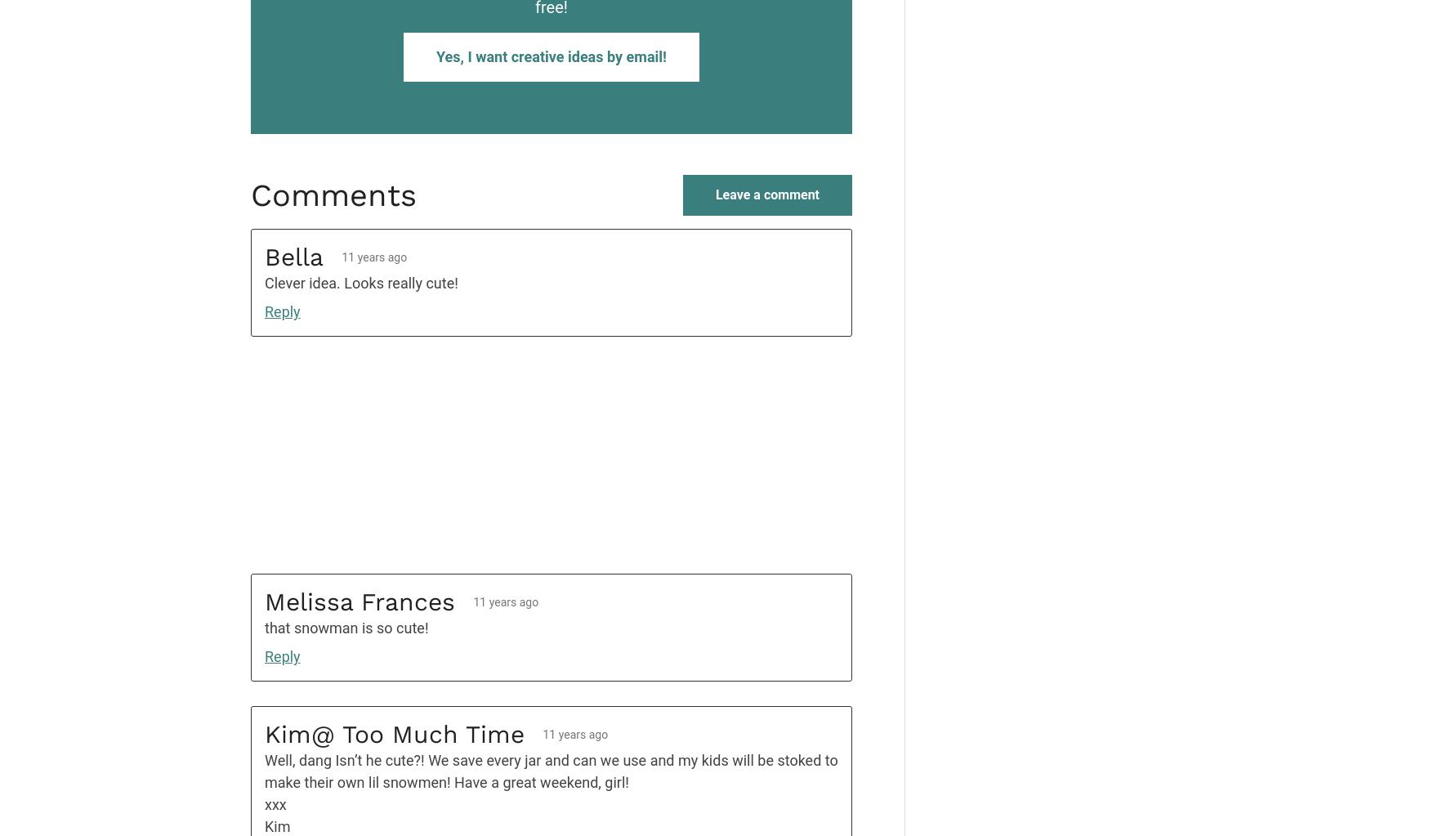 Image resolution: width=1456 pixels, height=836 pixels. What do you see at coordinates (276, 825) in the screenshot?
I see `'Kim'` at bounding box center [276, 825].